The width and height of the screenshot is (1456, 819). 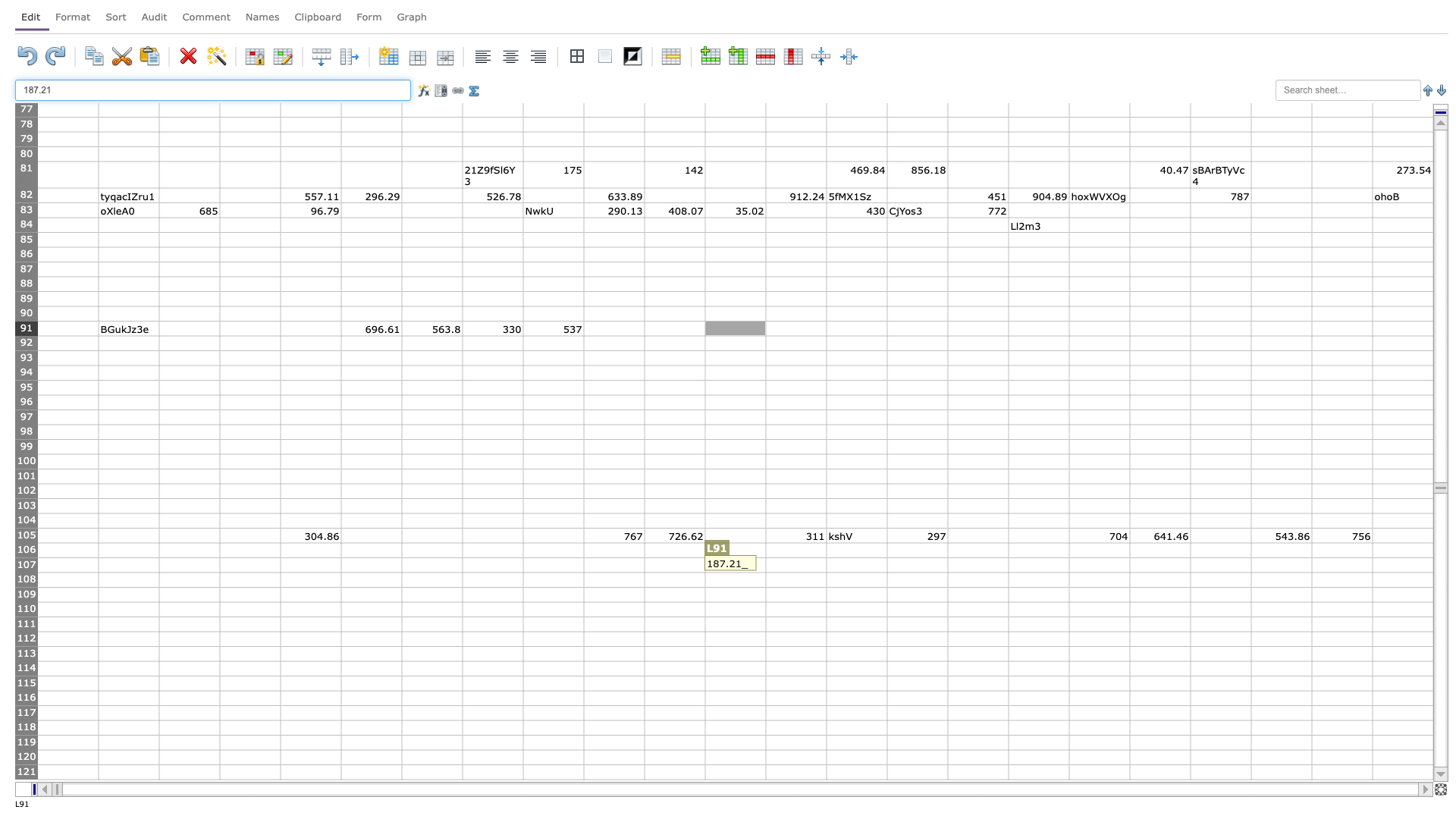 I want to click on right edge of cell M107, so click(x=825, y=565).